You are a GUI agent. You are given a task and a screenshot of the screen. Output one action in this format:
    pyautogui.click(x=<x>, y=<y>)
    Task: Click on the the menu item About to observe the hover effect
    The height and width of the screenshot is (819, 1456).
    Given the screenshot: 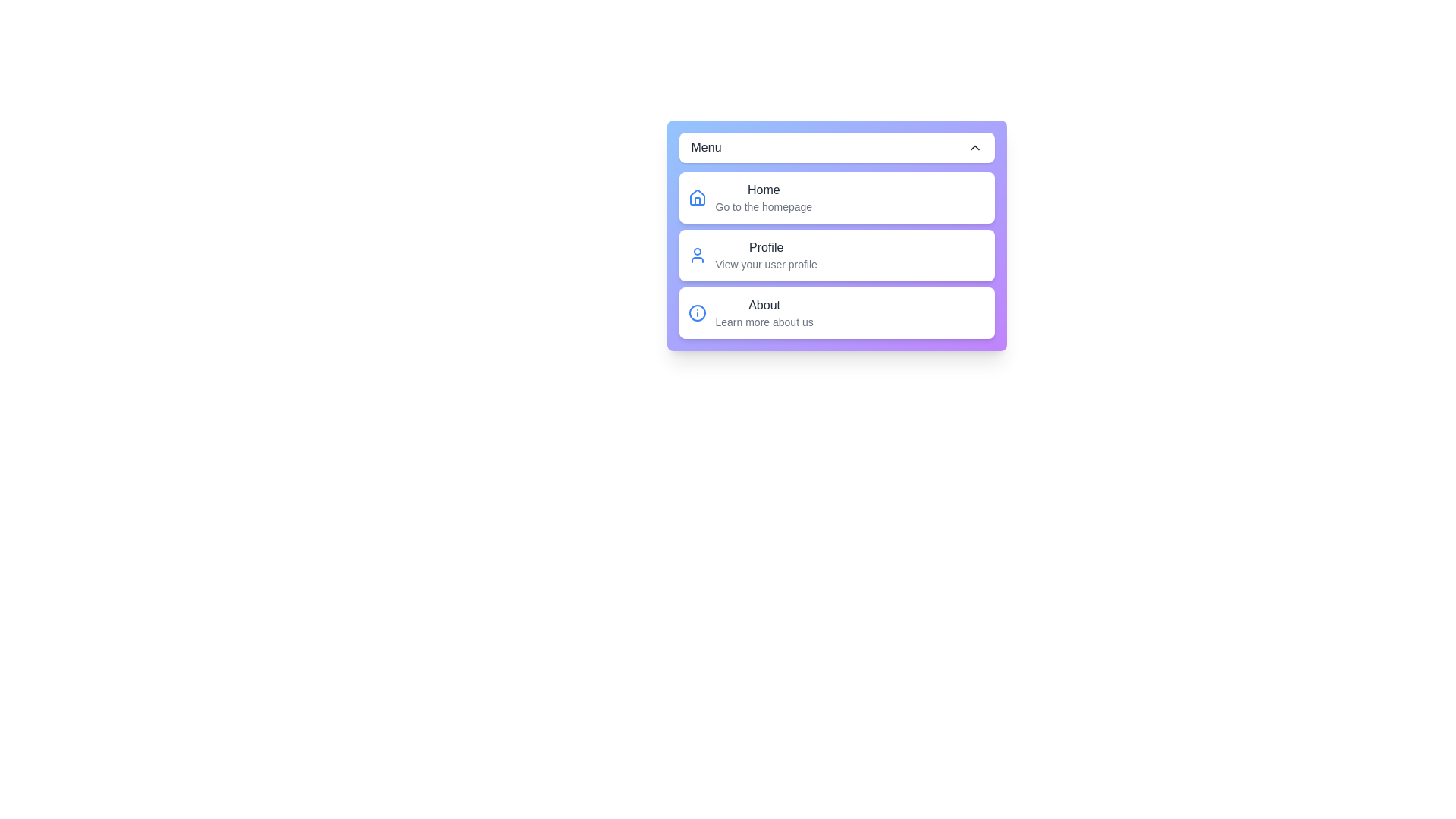 What is the action you would take?
    pyautogui.click(x=836, y=312)
    